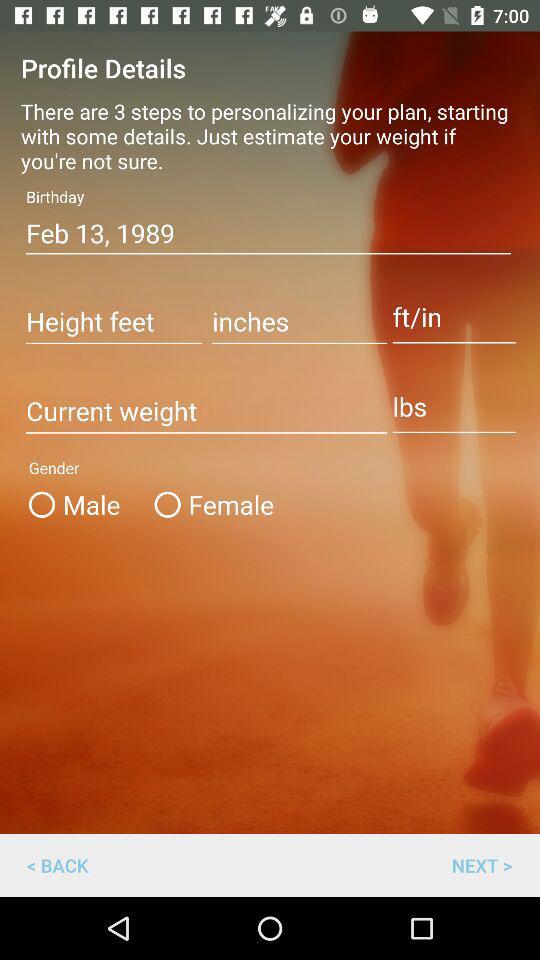  Describe the element at coordinates (298, 323) in the screenshot. I see `insert inches` at that location.